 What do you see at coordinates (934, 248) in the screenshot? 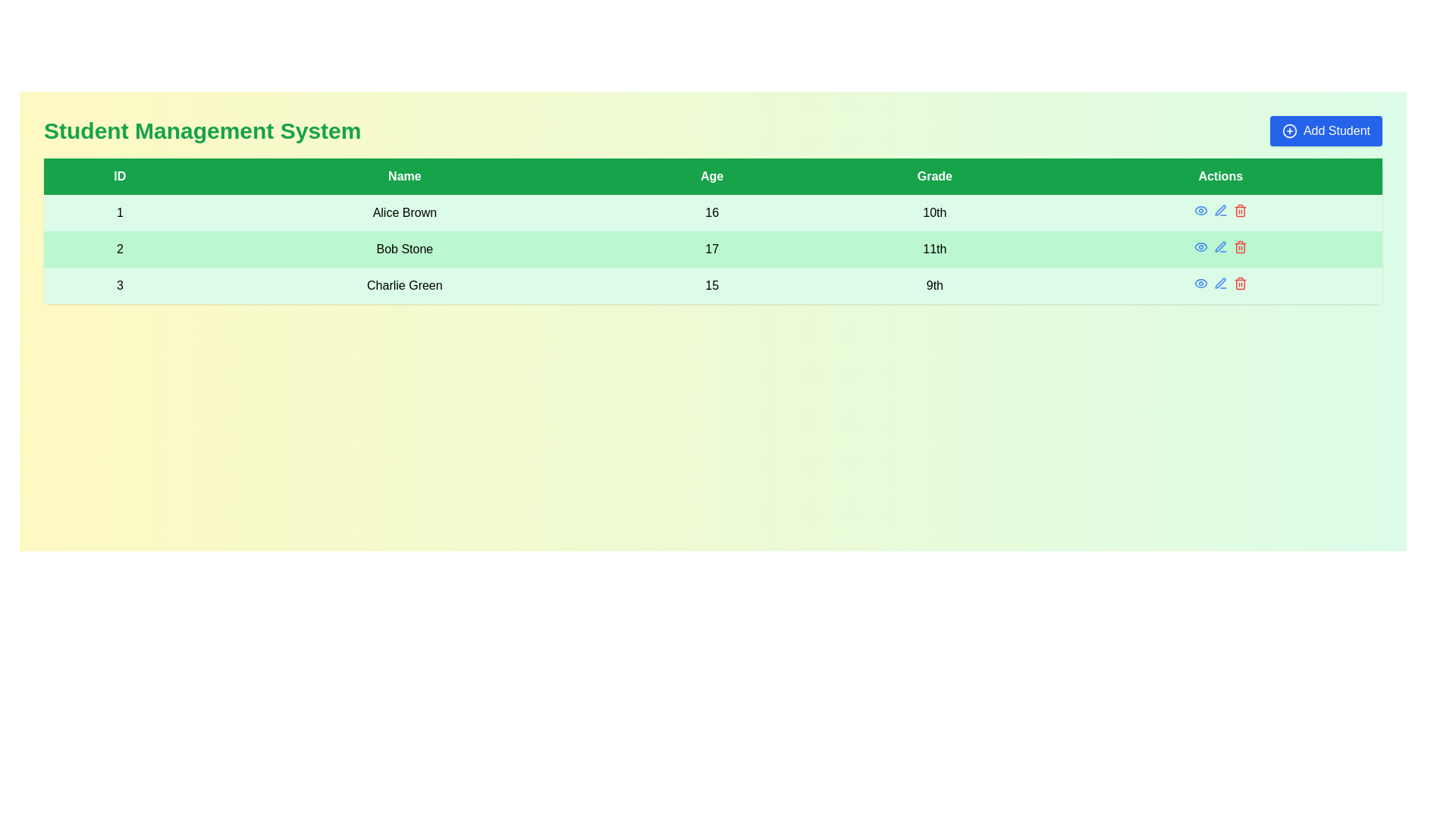
I see `the Plain text display indicating the grade level '11th' in the fourth column of the second row in the student management system interface` at bounding box center [934, 248].